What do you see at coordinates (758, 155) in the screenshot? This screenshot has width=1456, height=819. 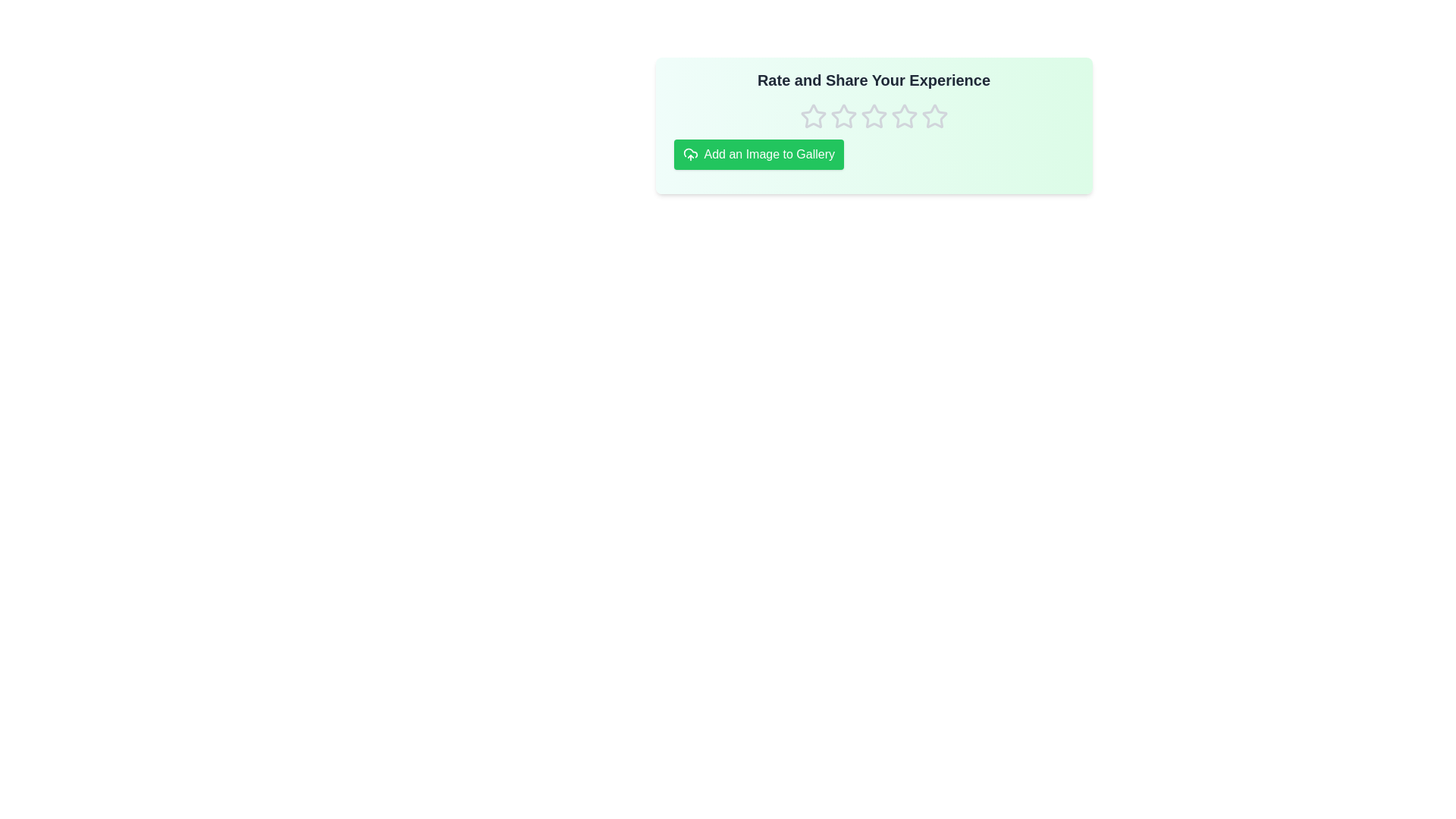 I see `'Add an Image to Gallery' button to add an image to the gallery` at bounding box center [758, 155].